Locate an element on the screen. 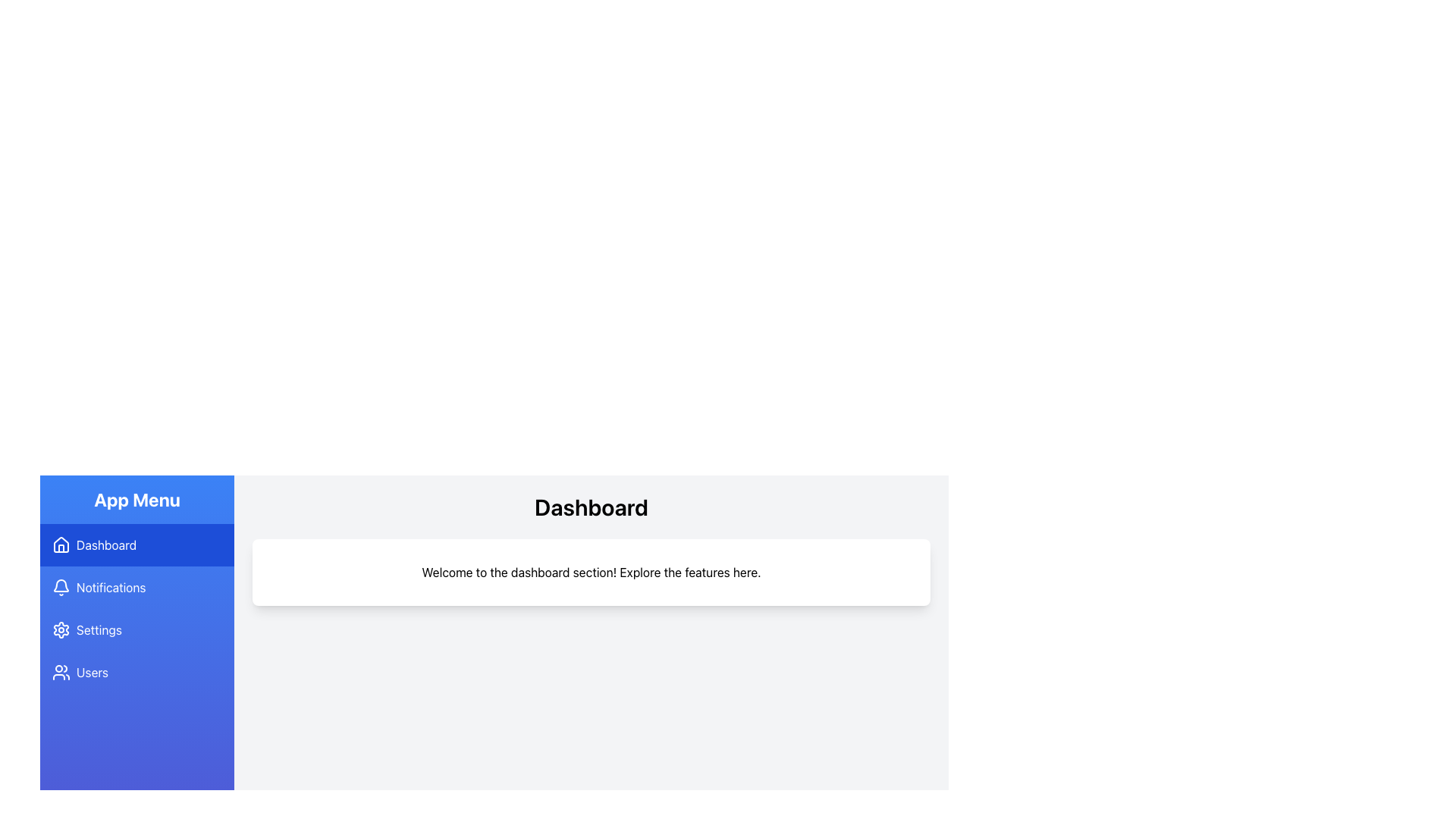 Image resolution: width=1456 pixels, height=819 pixels. text from the Text Block that says 'Welcome to the dashboard section! Explore the features here.' This element is a notification formatted within a white box with rounded corners located below the header 'Dashboard' is located at coordinates (590, 573).